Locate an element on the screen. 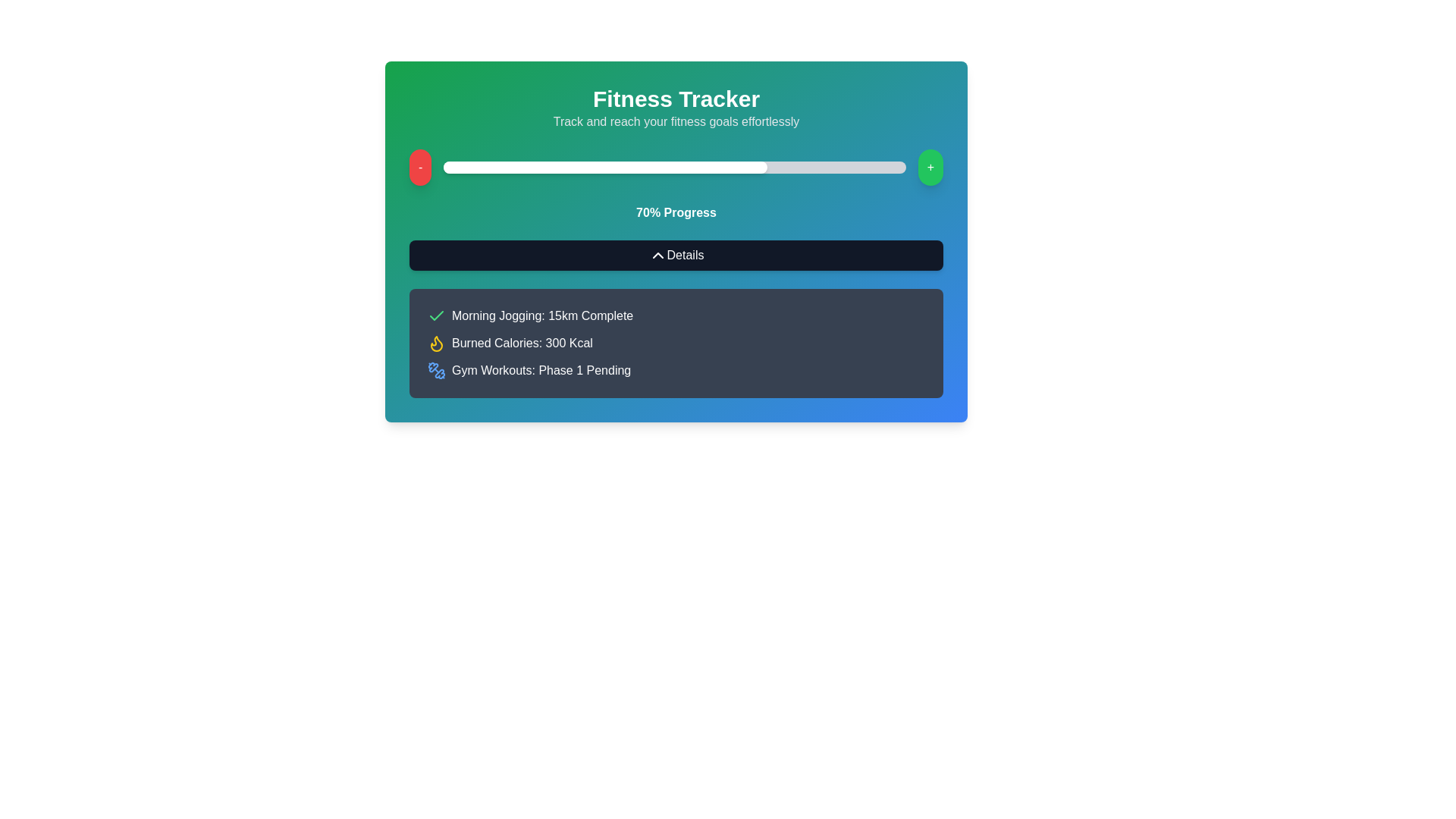 The image size is (1456, 819). progress is located at coordinates (619, 167).